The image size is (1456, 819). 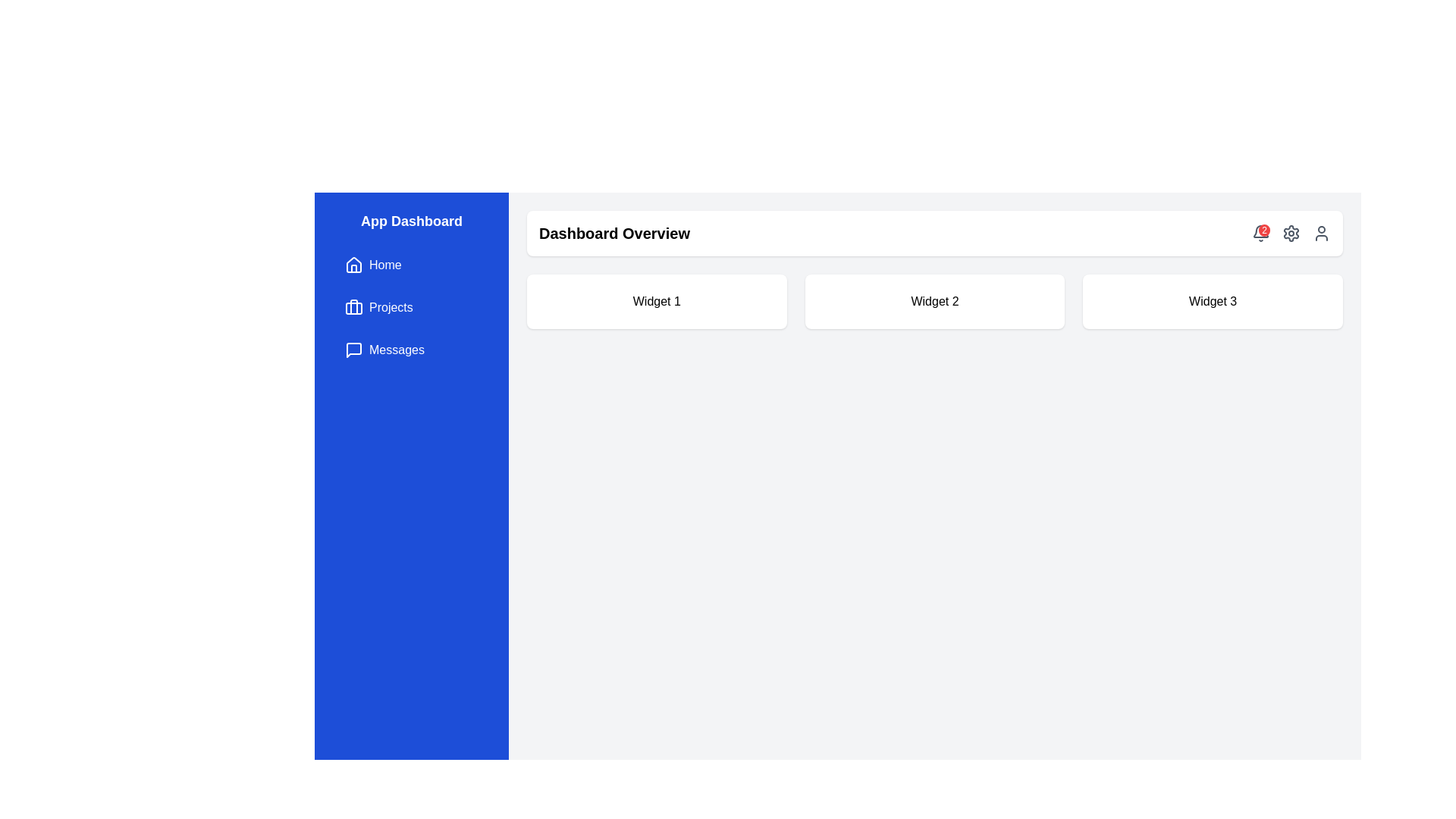 I want to click on the user-related features button located in the top-right corner of the interface, positioned to the right of the gear-shaped settings icon, so click(x=1320, y=234).